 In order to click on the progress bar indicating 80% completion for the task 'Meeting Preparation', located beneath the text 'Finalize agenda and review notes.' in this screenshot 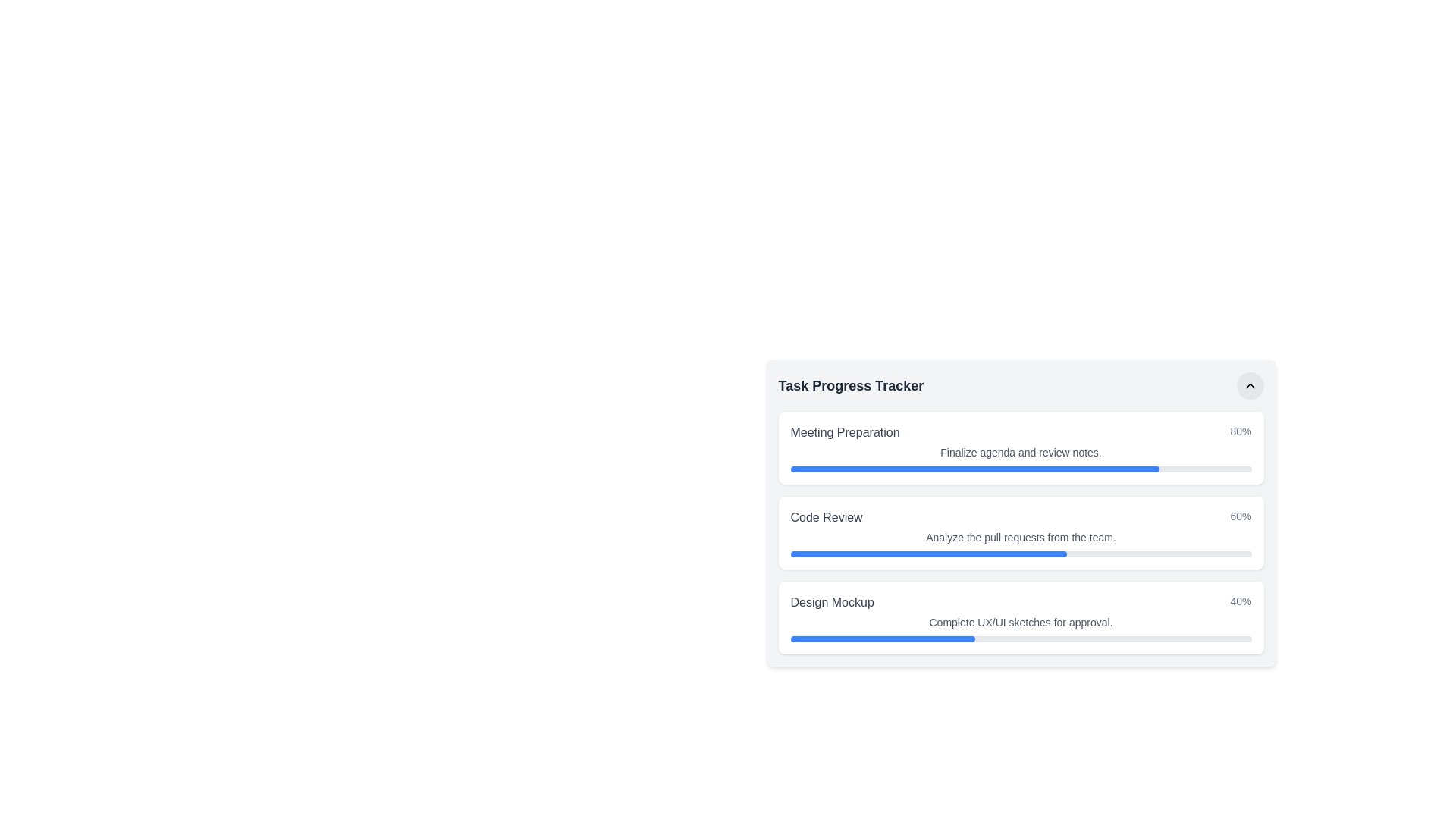, I will do `click(1021, 468)`.